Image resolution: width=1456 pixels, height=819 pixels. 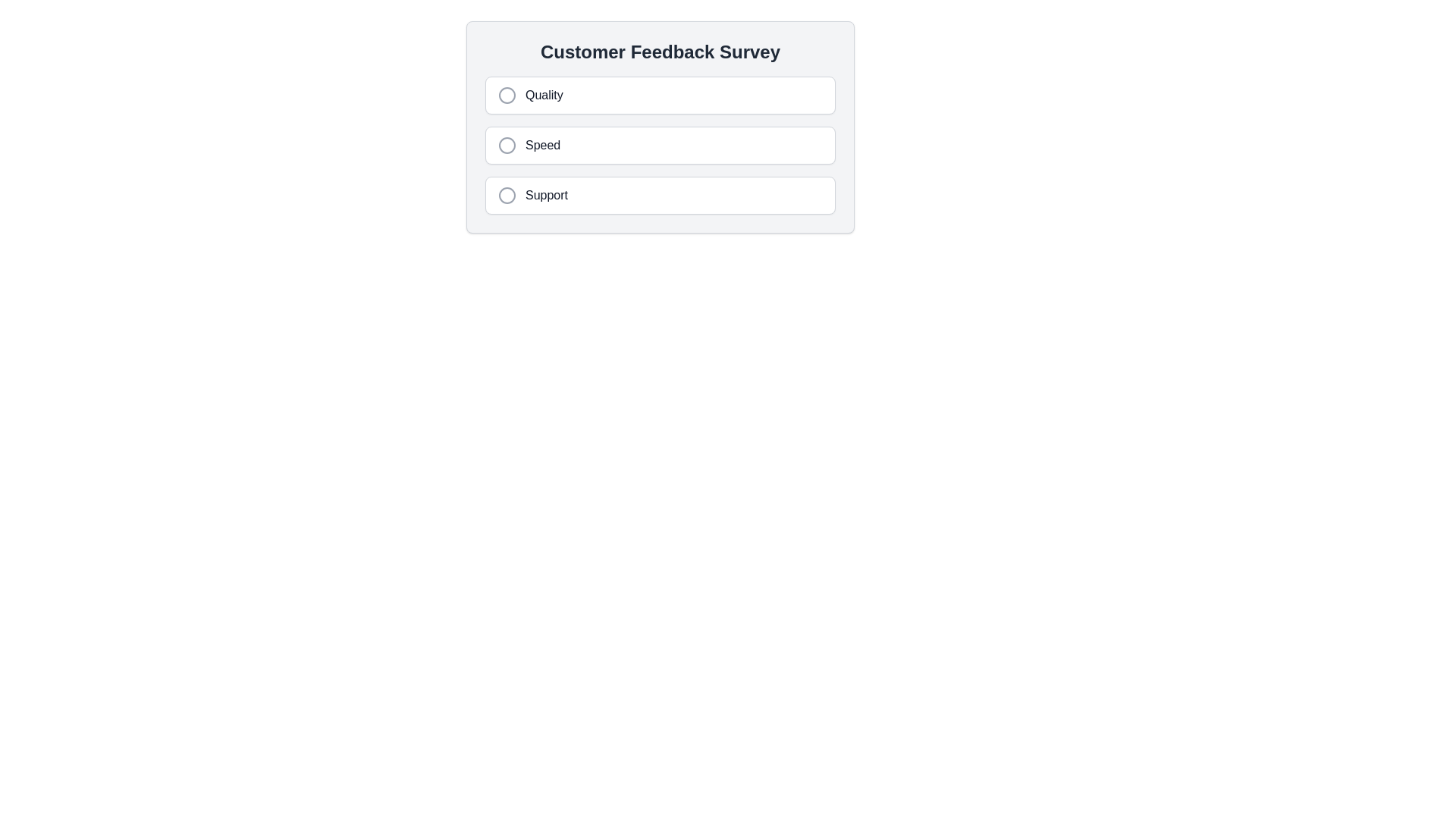 What do you see at coordinates (544, 96) in the screenshot?
I see `the text label displaying 'Quality' in bold and dark color, located next to the circular radio button in the first row of the survey form` at bounding box center [544, 96].